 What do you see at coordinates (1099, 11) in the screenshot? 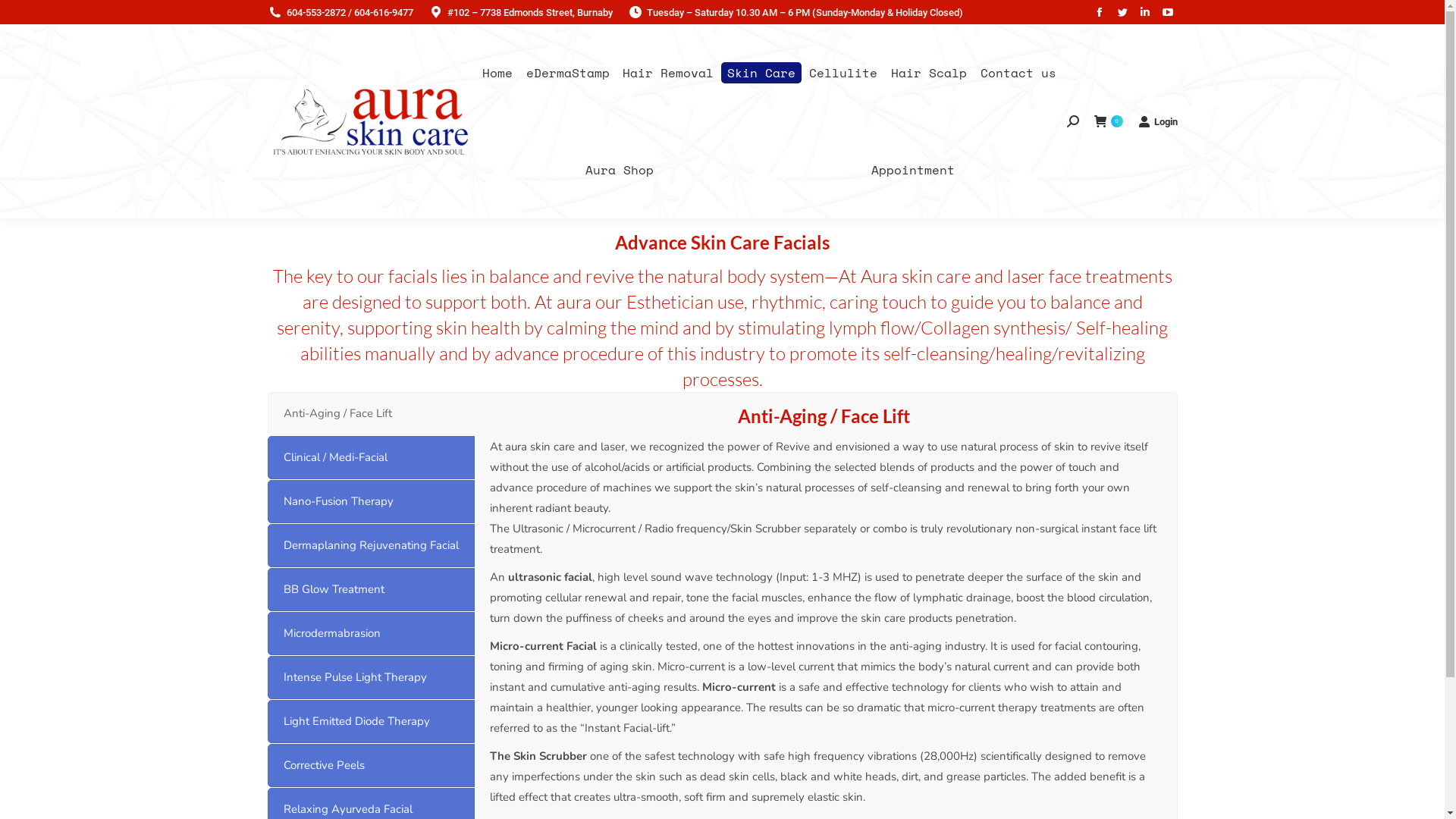
I see `'Facebook page opens in new window'` at bounding box center [1099, 11].